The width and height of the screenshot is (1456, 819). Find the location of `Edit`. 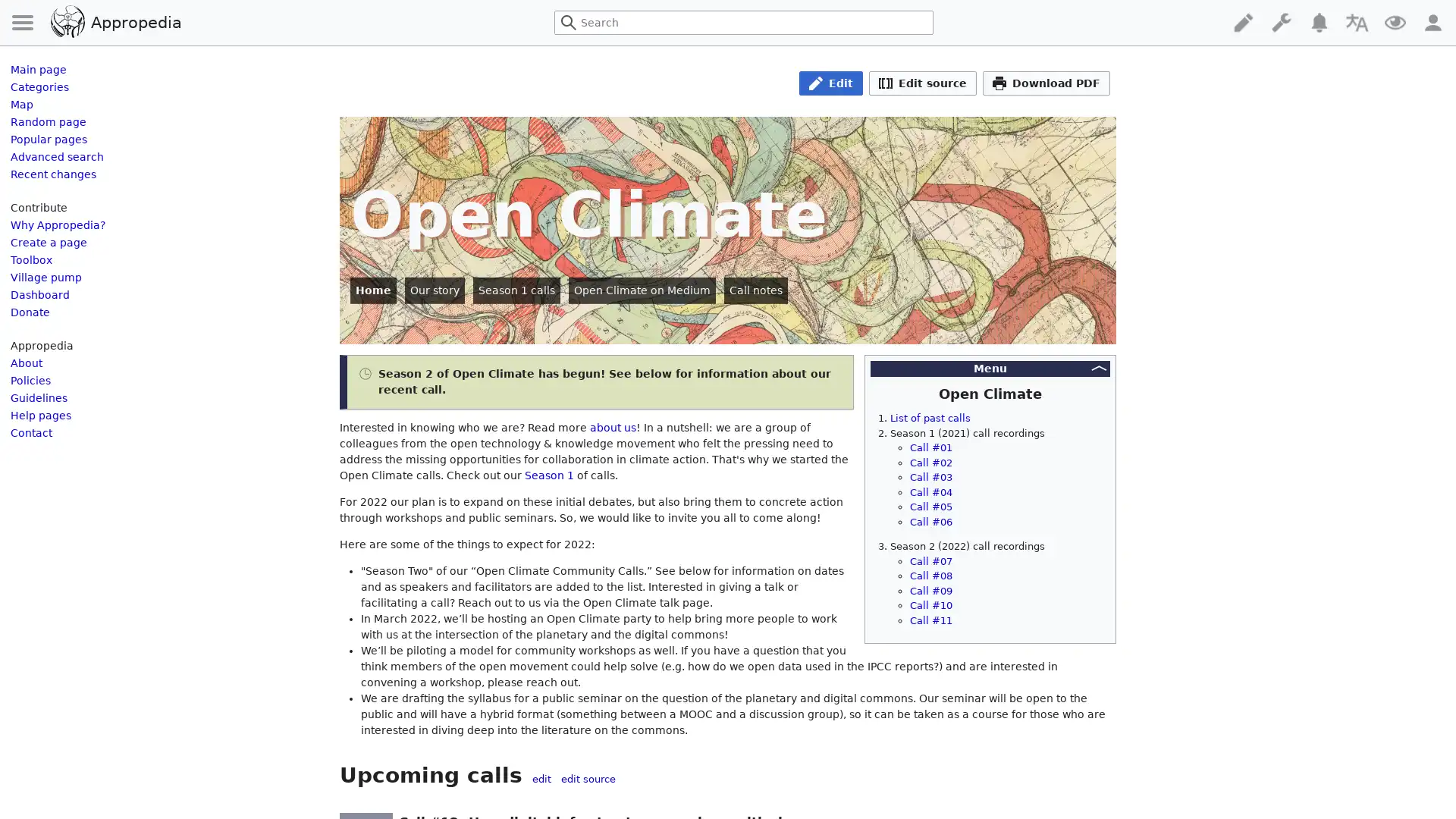

Edit is located at coordinates (830, 83).